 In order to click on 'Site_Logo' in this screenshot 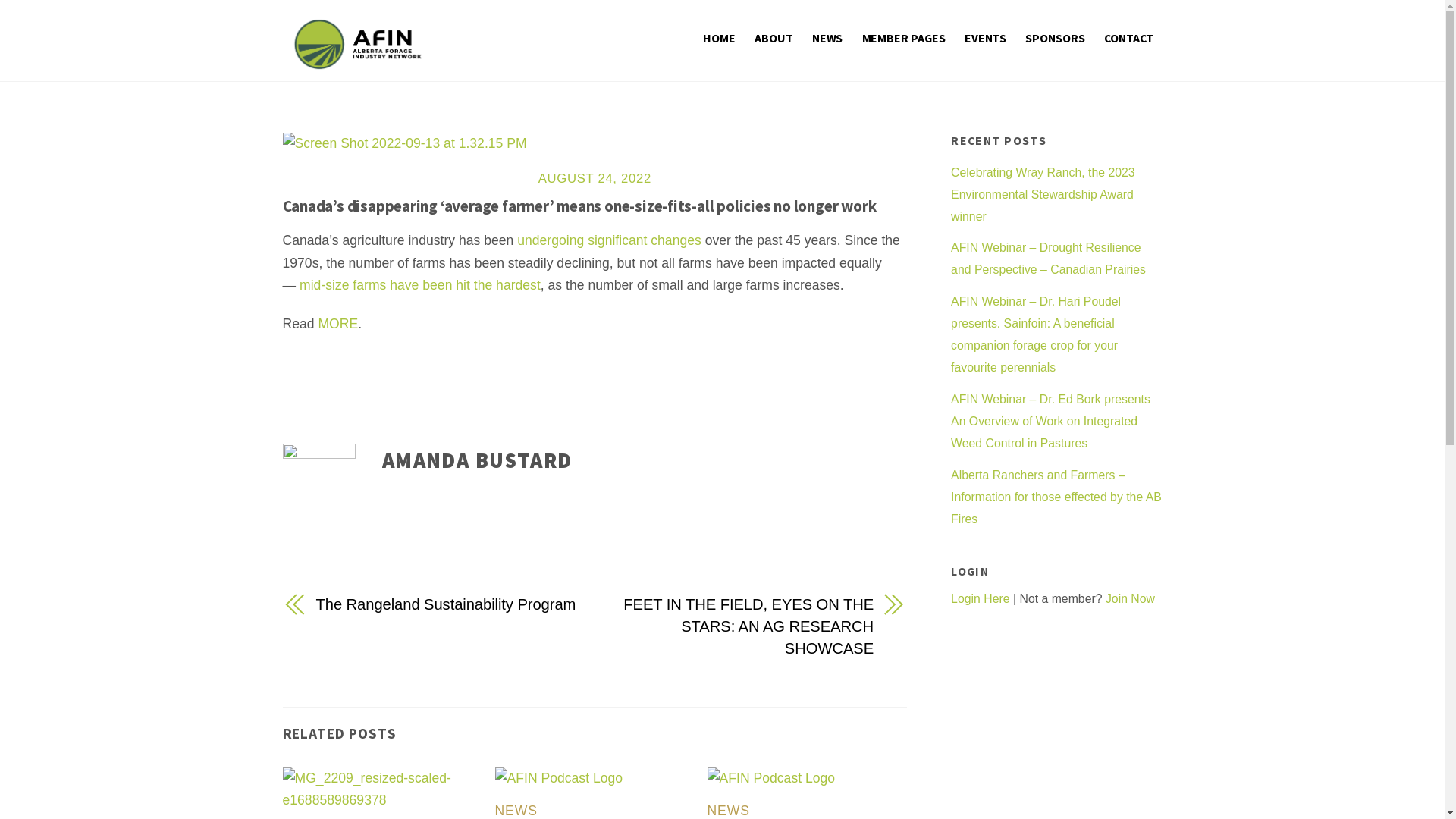, I will do `click(356, 43)`.